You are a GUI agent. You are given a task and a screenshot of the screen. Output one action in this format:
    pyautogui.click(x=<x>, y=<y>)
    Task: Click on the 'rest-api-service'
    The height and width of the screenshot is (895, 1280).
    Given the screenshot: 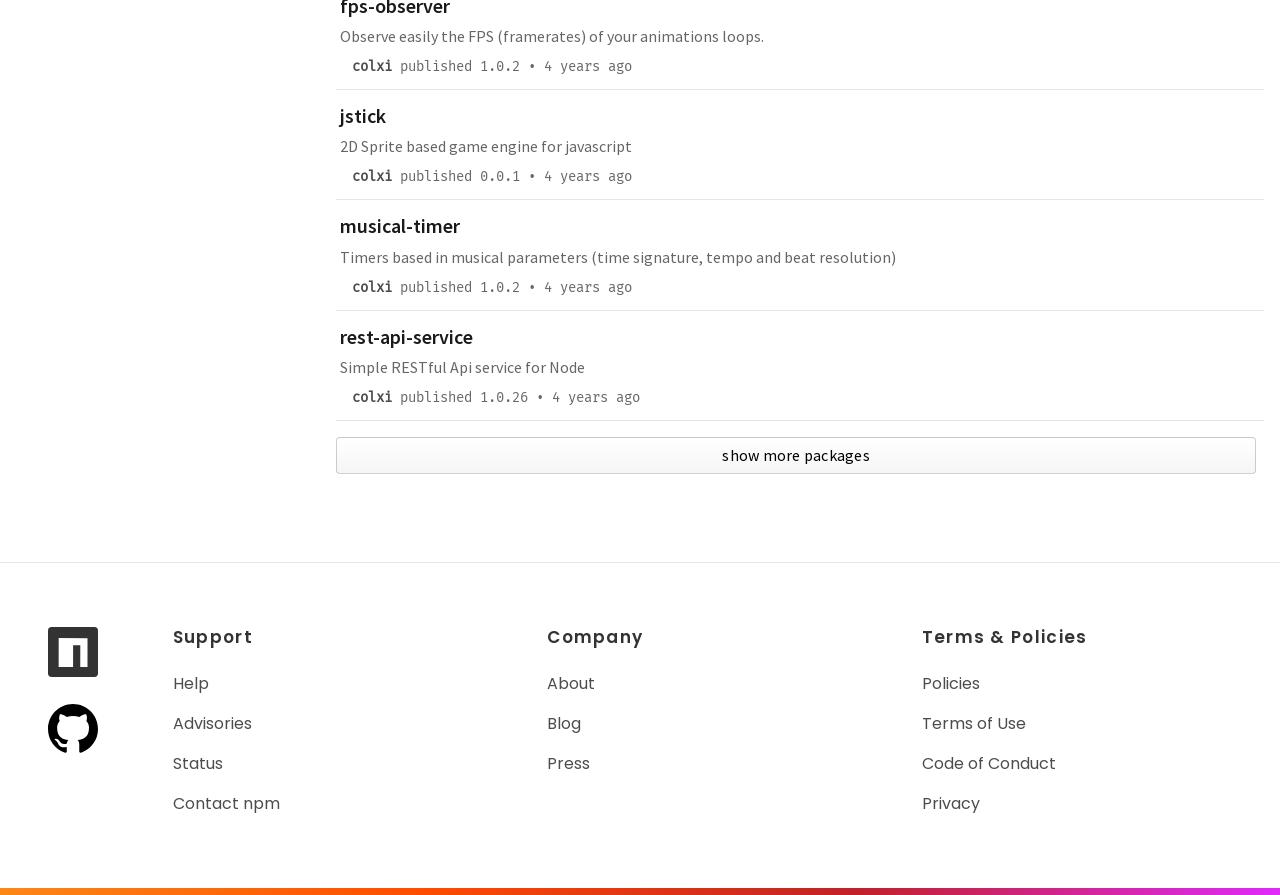 What is the action you would take?
    pyautogui.click(x=405, y=335)
    